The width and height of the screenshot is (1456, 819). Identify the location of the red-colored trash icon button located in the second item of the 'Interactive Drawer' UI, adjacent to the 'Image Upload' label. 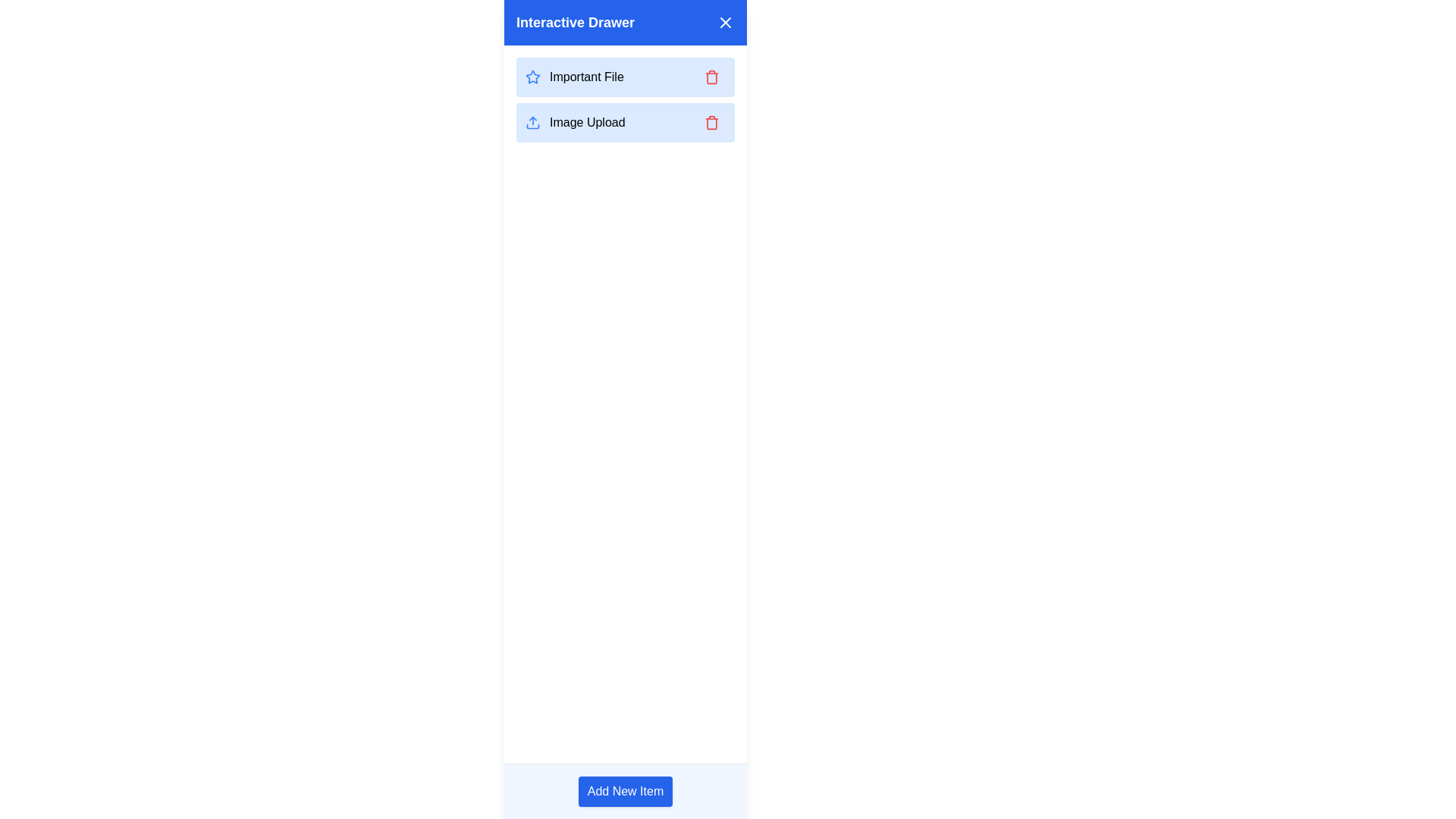
(711, 122).